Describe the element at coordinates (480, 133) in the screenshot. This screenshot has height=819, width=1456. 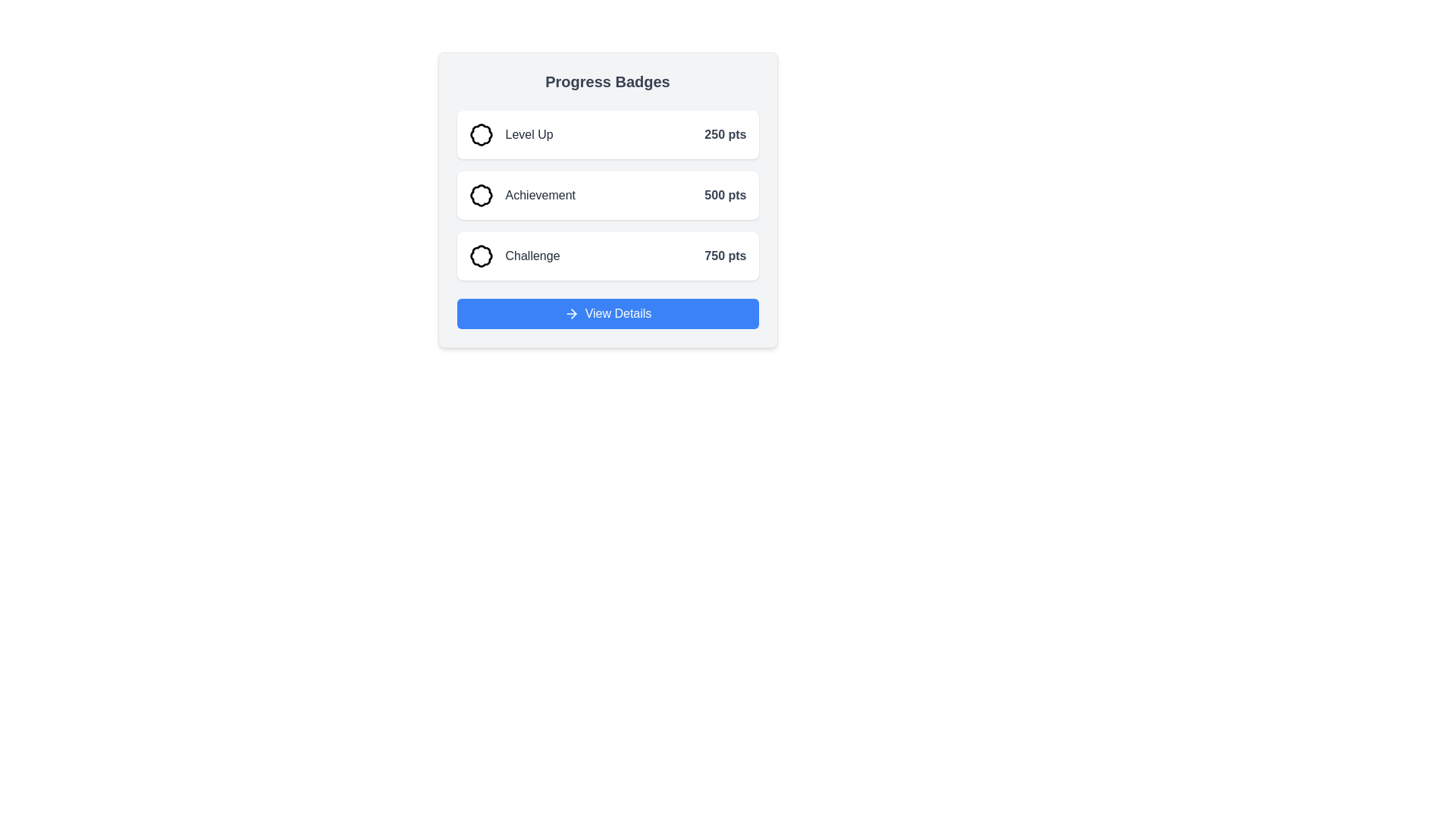
I see `the decorative 'Level Up' icon in the 'Progress Badges' section, which is located at the top-left corner of the 'Level Up' row, aligned with the 'Level Up' text on its right` at that location.